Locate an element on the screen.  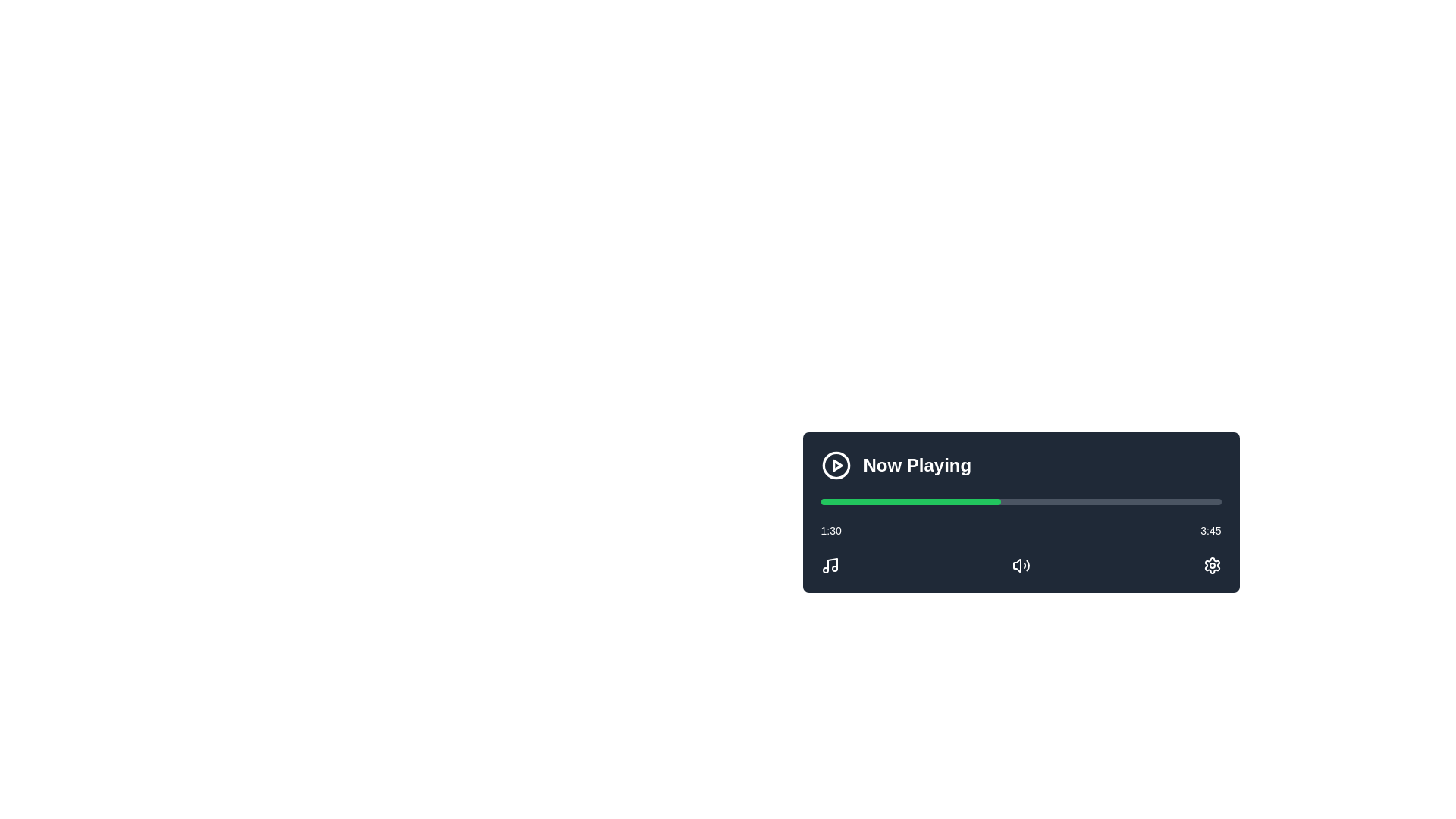
the horizontal progress bar of the Media Control Panel to update the media progress is located at coordinates (1021, 512).